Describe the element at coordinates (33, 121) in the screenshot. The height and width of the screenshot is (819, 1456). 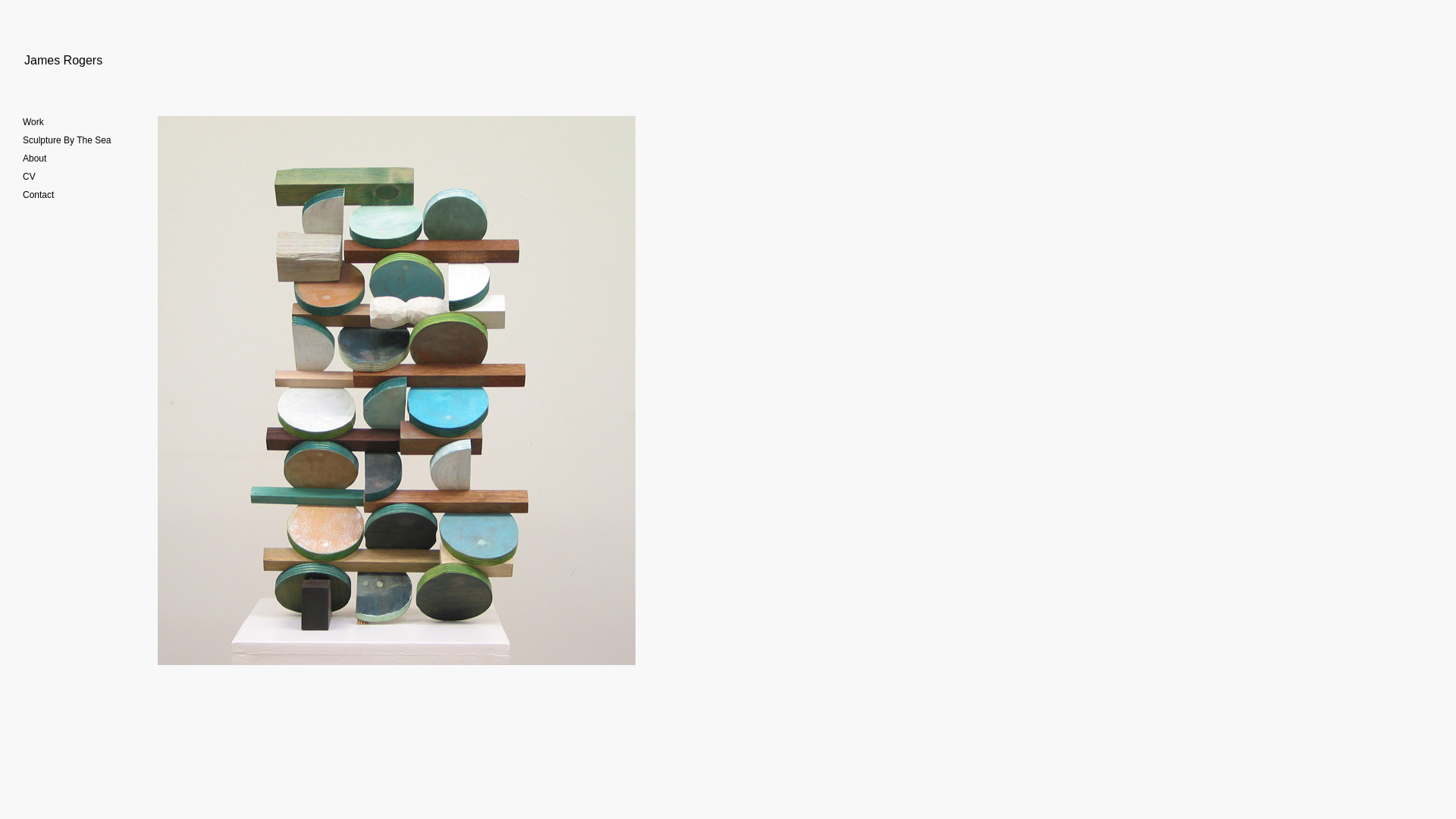
I see `'Work'` at that location.